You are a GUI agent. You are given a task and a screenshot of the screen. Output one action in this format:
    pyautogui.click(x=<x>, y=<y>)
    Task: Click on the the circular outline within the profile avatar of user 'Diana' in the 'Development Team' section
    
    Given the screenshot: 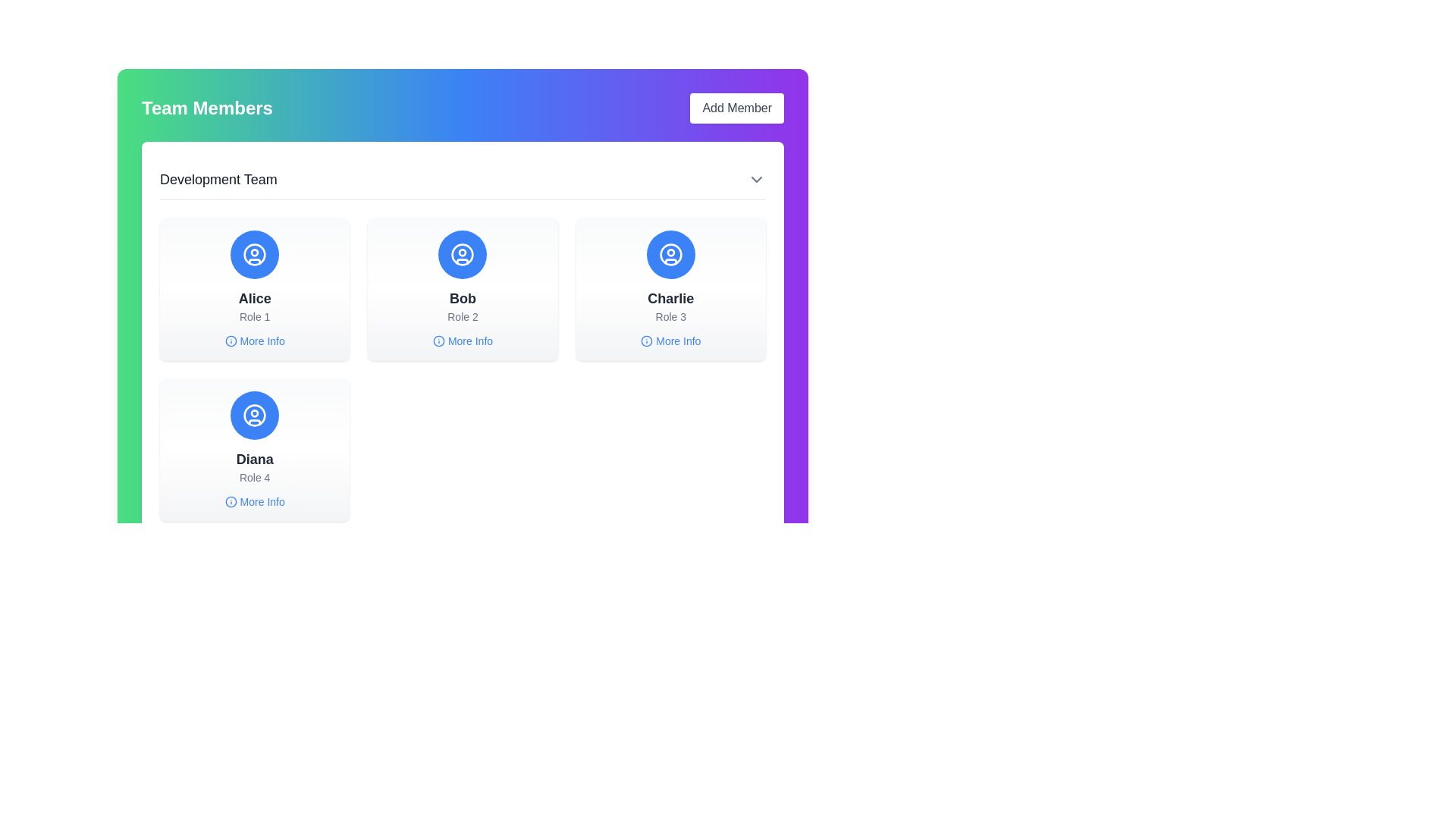 What is the action you would take?
    pyautogui.click(x=255, y=415)
    